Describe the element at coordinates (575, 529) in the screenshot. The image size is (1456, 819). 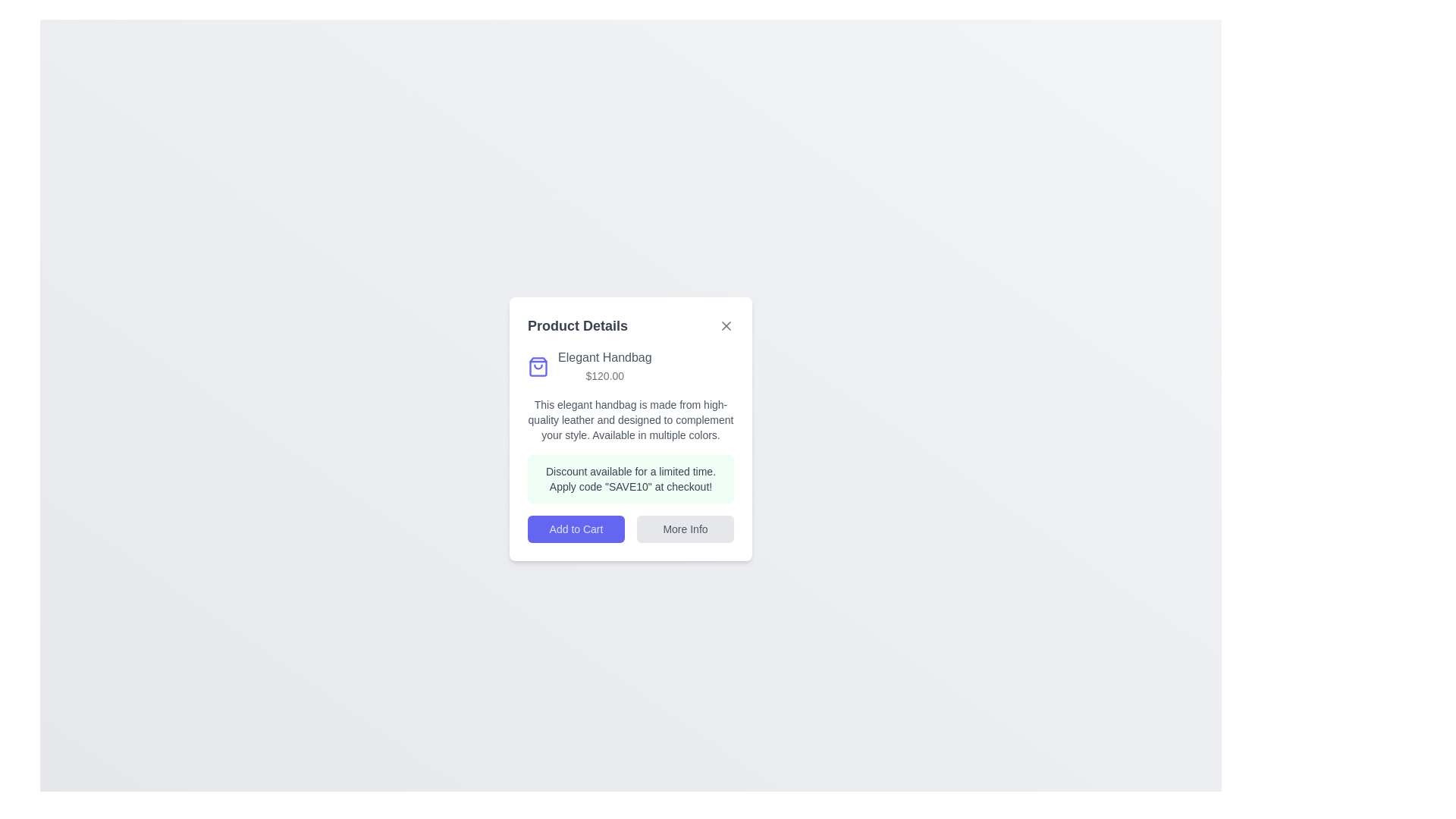
I see `the 'Add to Cart' button located at the bottom of the modal card, which is centered in the viewport and positioned to the left of the 'More Info' button` at that location.